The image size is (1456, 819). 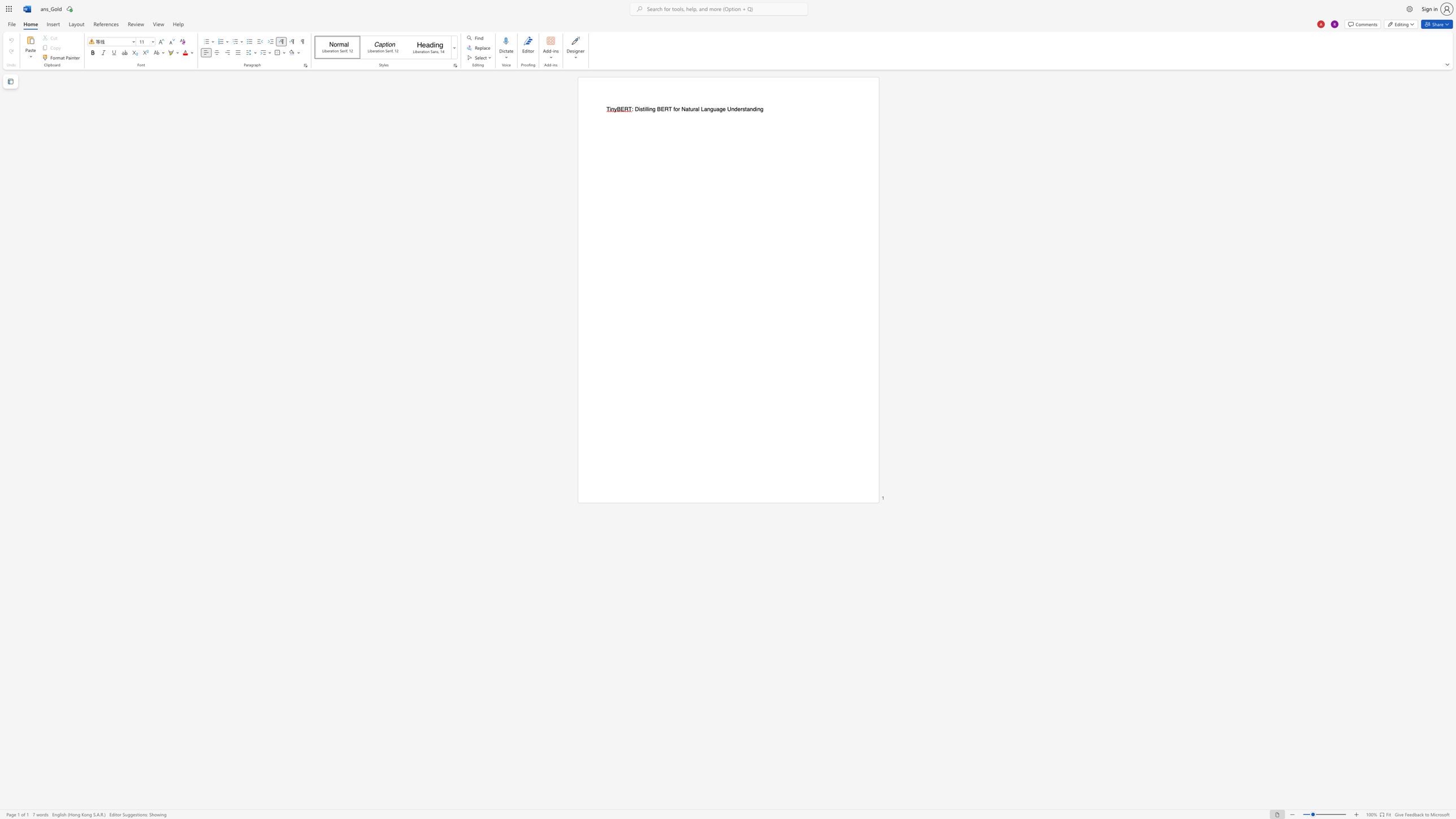 What do you see at coordinates (643, 109) in the screenshot?
I see `the subset text "illing BERT for Natural Language Unders" within the text ": Distilling BERT for Natural Language Understanding"` at bounding box center [643, 109].